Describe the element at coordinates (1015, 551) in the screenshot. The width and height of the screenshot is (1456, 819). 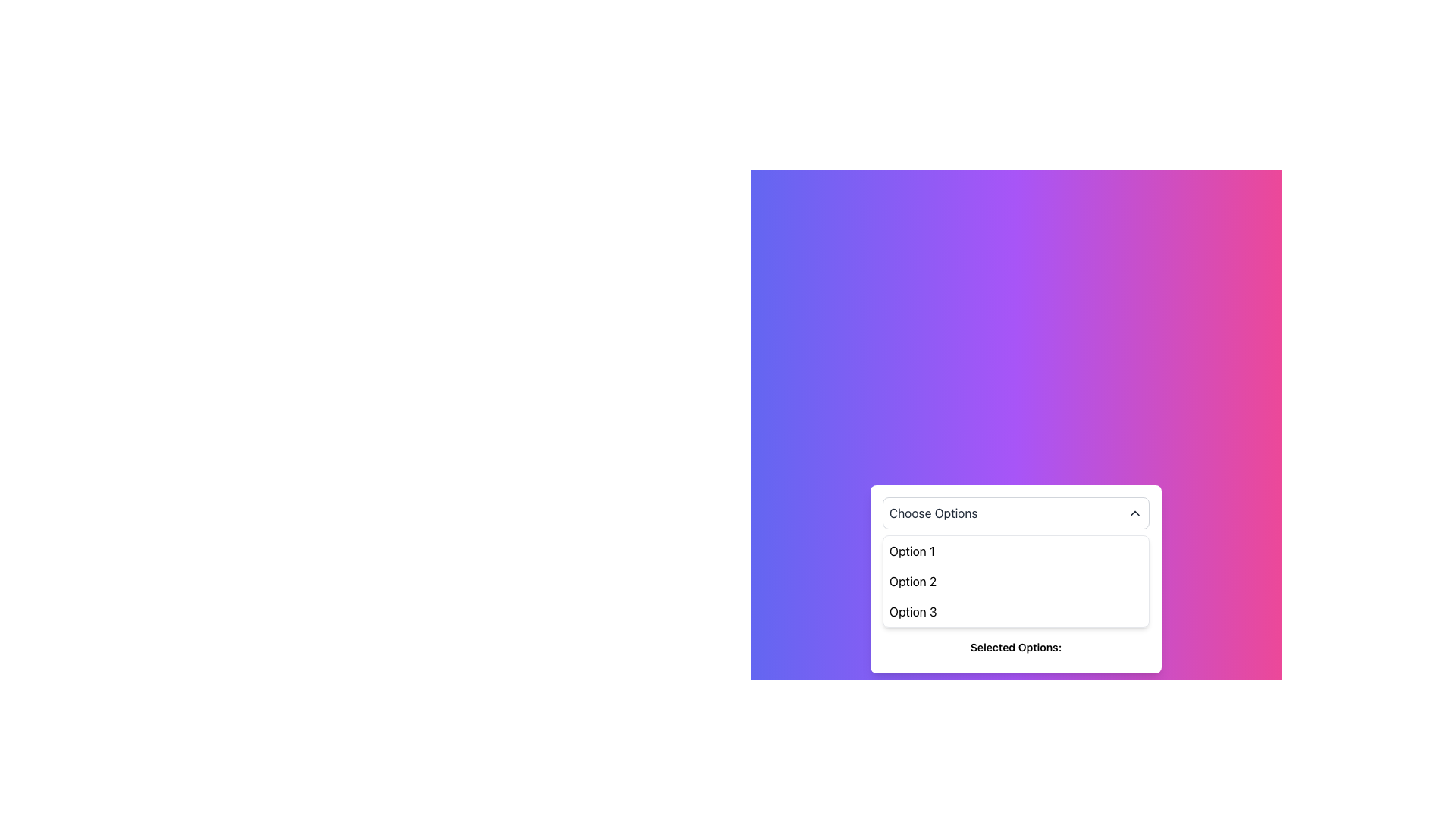
I see `the first entry of the dropdown menu` at that location.